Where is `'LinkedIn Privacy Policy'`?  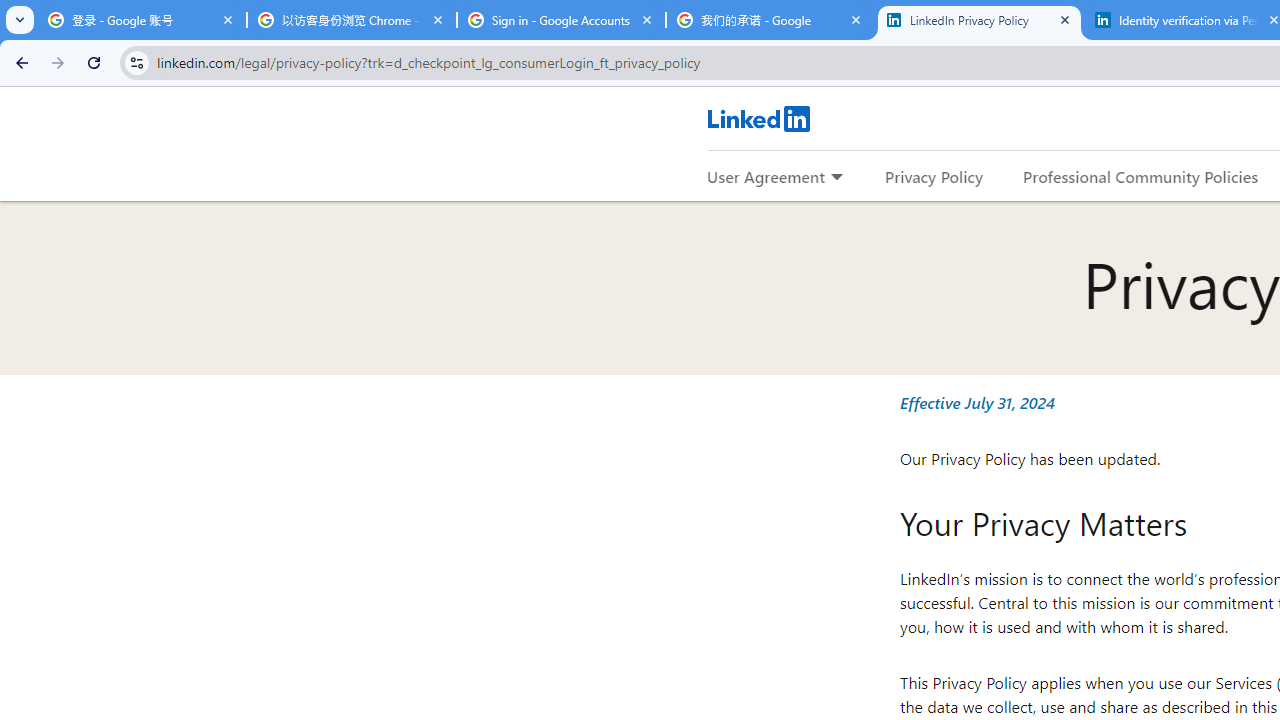 'LinkedIn Privacy Policy' is located at coordinates (979, 20).